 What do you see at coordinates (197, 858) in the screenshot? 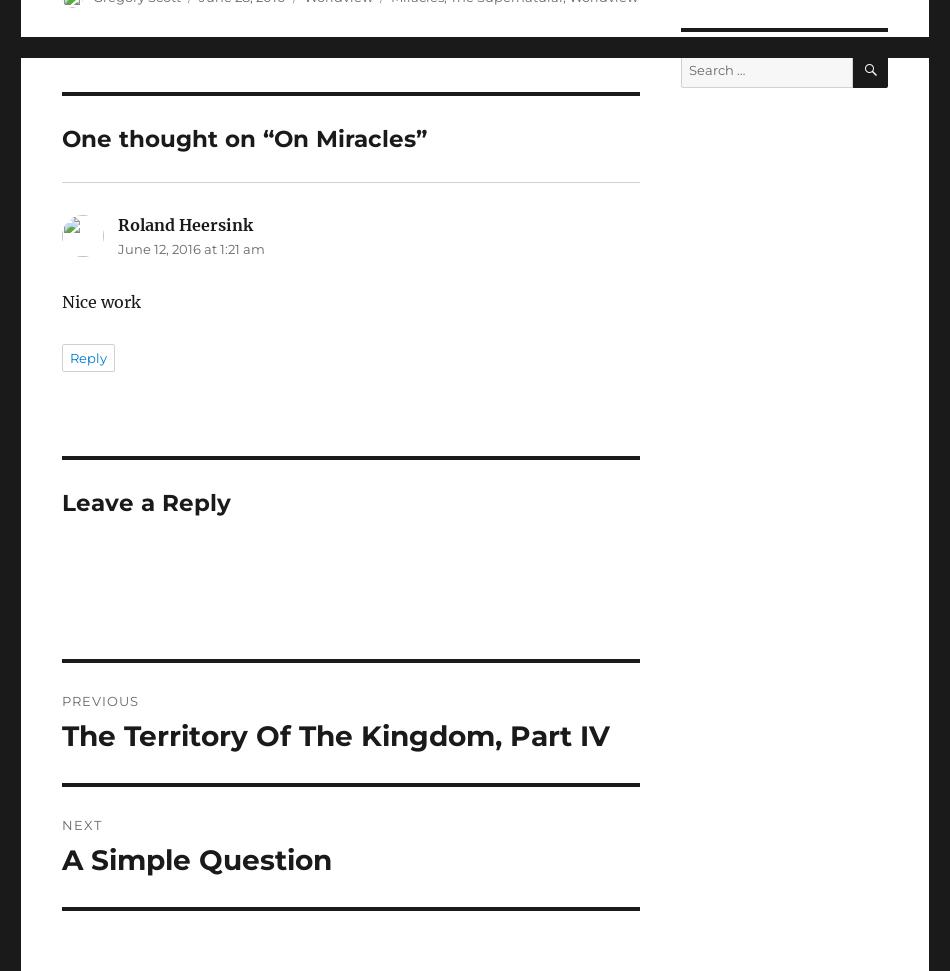
I see `'A Simple Question'` at bounding box center [197, 858].